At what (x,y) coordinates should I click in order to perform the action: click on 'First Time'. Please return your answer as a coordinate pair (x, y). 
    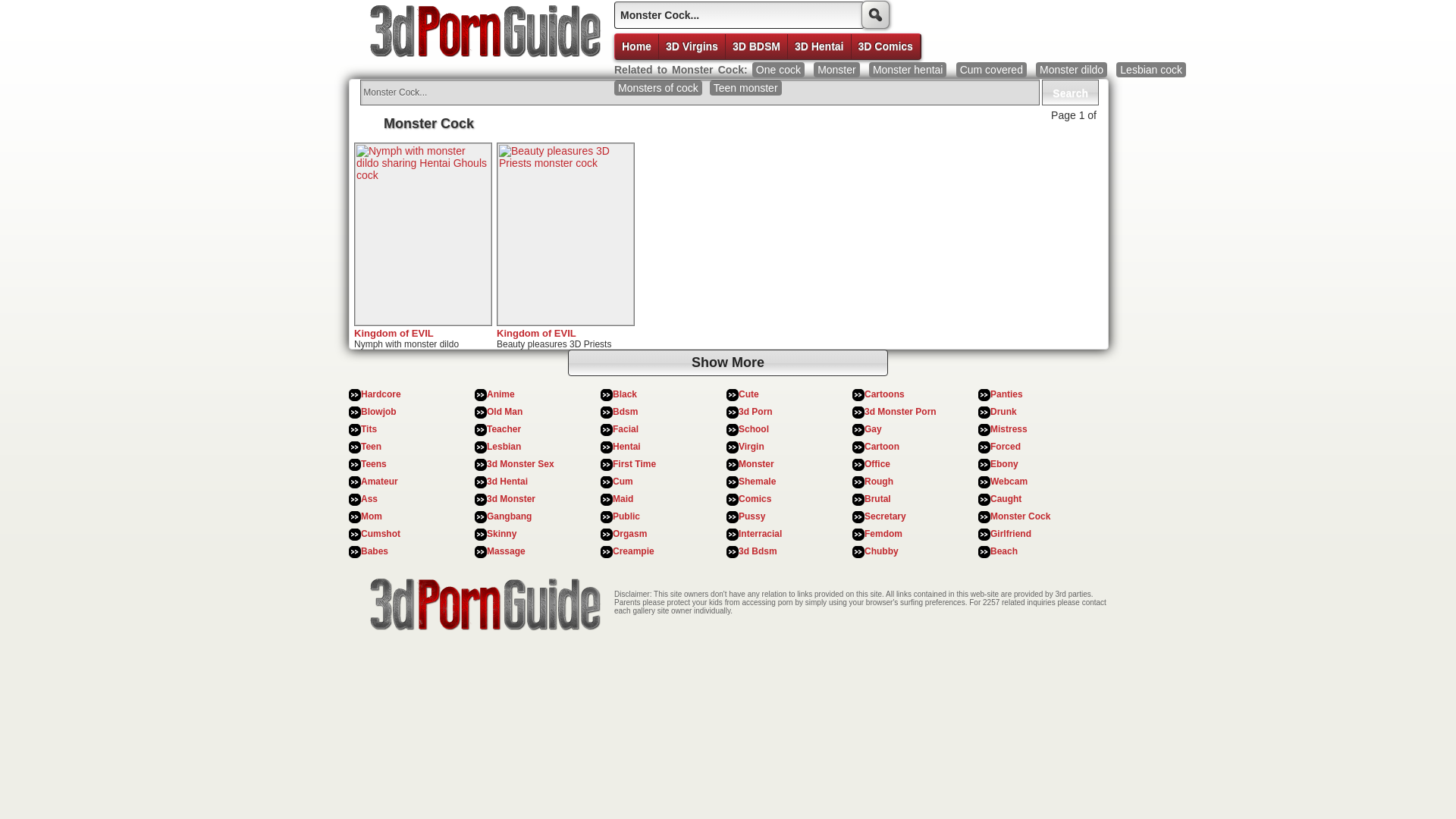
    Looking at the image, I should click on (634, 463).